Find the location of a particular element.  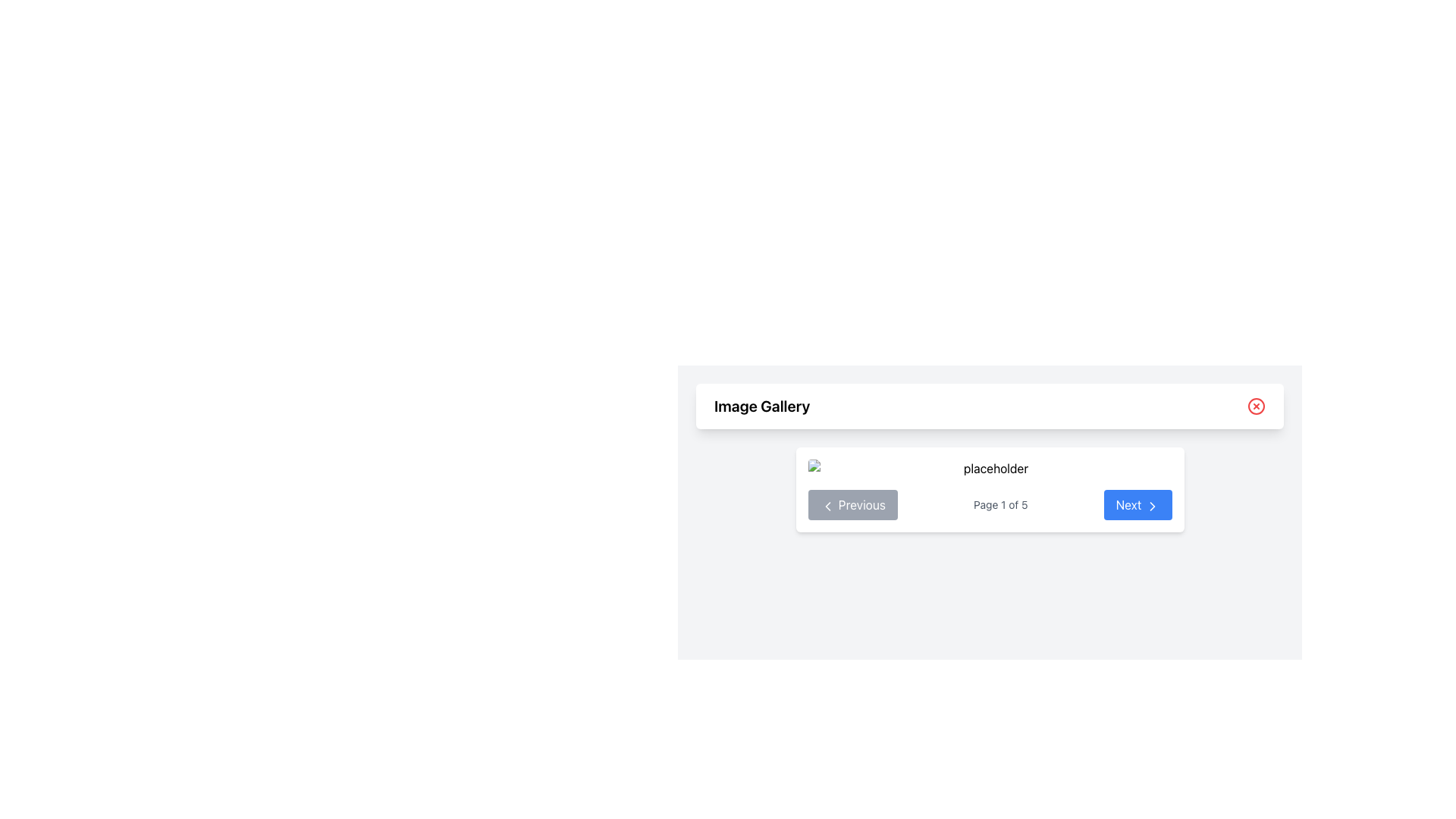

the 'Next' button, which has a blue background, white text, and a rightward arrow icon, to proceed to the next page is located at coordinates (1137, 505).